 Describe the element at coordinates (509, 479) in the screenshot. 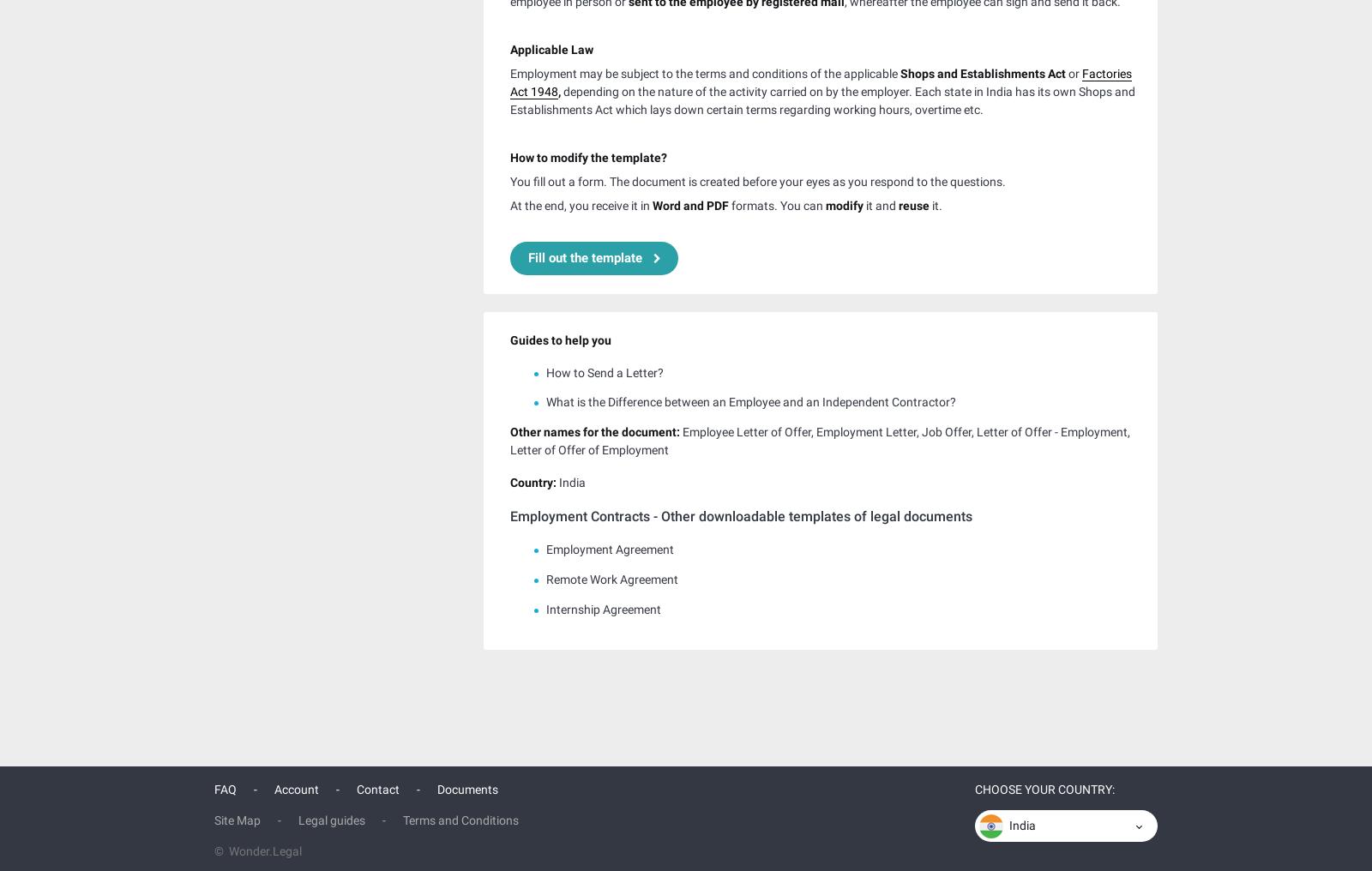

I see `'Country:'` at that location.